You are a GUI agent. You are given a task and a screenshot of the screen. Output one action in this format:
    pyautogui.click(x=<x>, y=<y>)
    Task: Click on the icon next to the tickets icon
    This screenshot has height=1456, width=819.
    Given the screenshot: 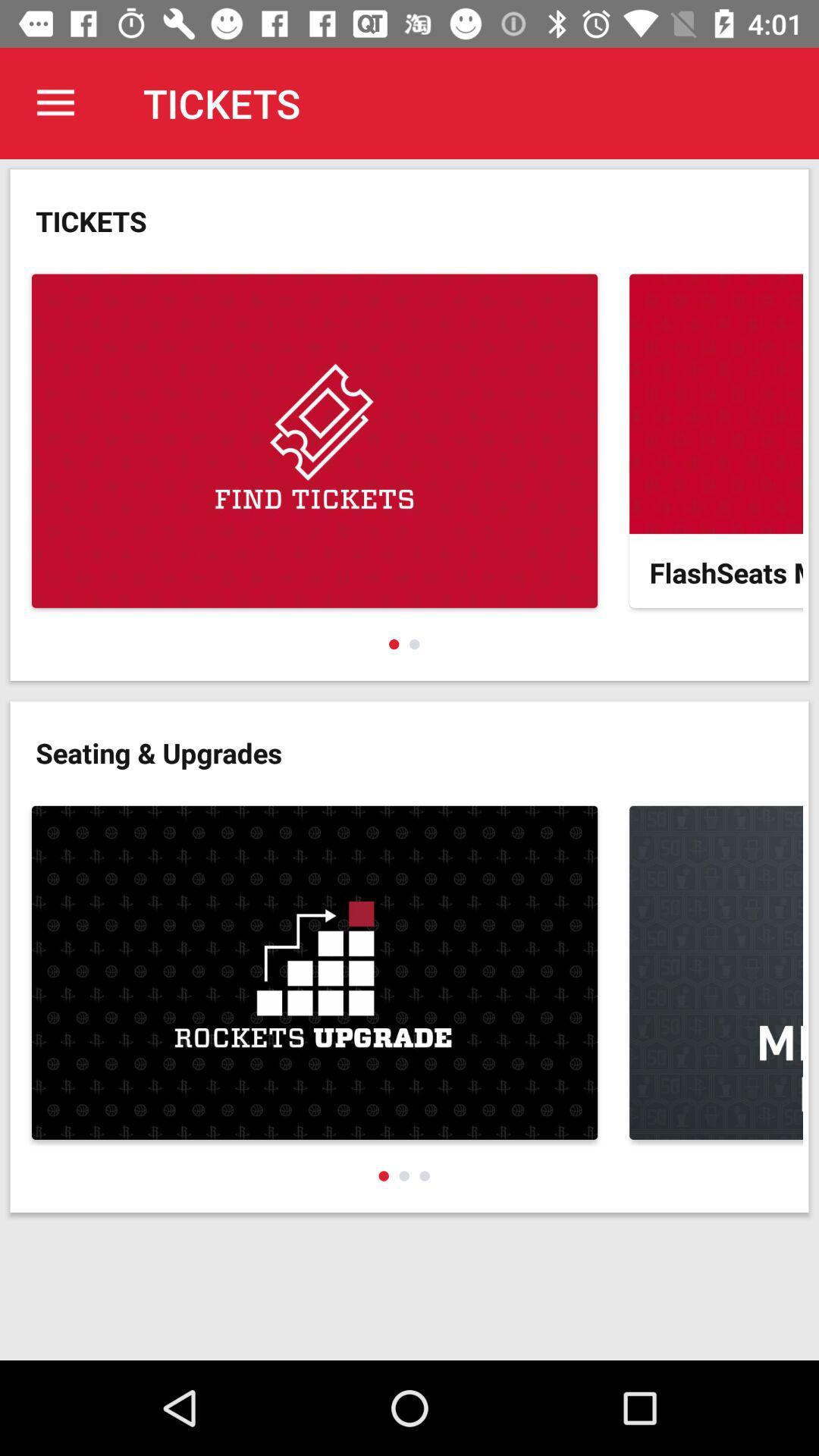 What is the action you would take?
    pyautogui.click(x=55, y=102)
    